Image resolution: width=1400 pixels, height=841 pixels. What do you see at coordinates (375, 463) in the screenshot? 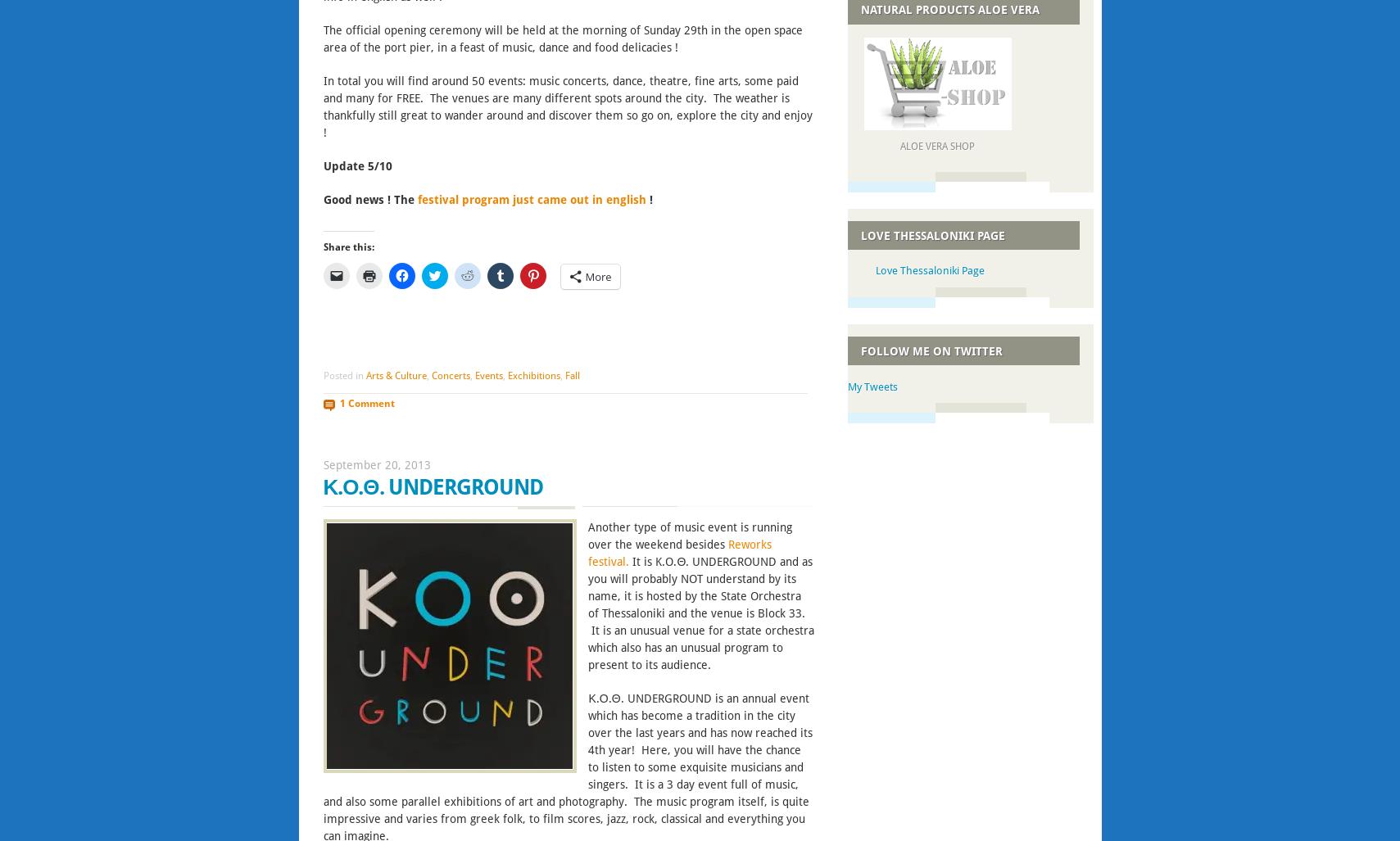
I see `'September 20, 2013'` at bounding box center [375, 463].